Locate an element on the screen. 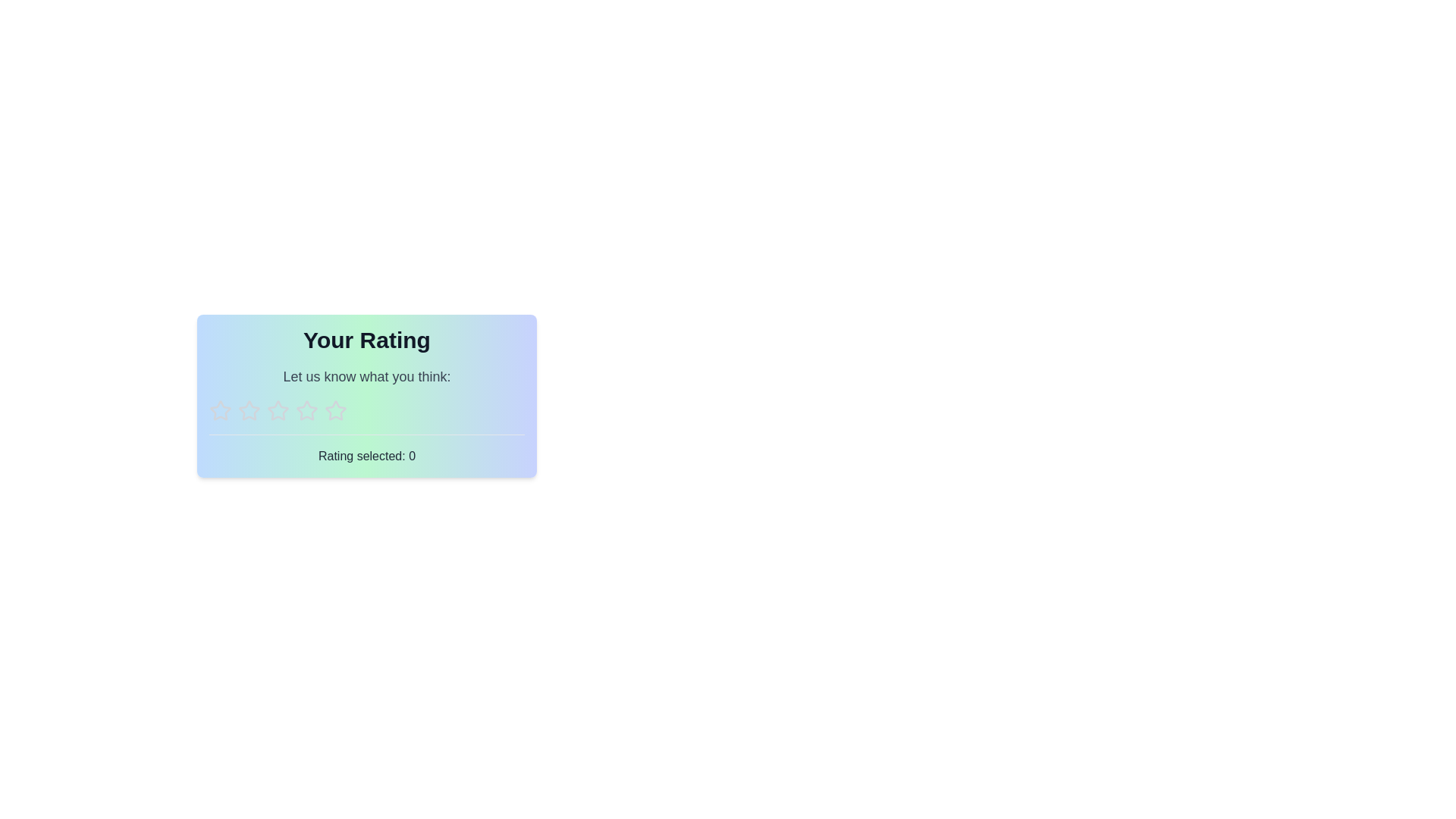 The height and width of the screenshot is (819, 1456). the static text header titled 'Your Rating', which is styled in bold, large dark gray font and is located at the top of the card section is located at coordinates (367, 339).